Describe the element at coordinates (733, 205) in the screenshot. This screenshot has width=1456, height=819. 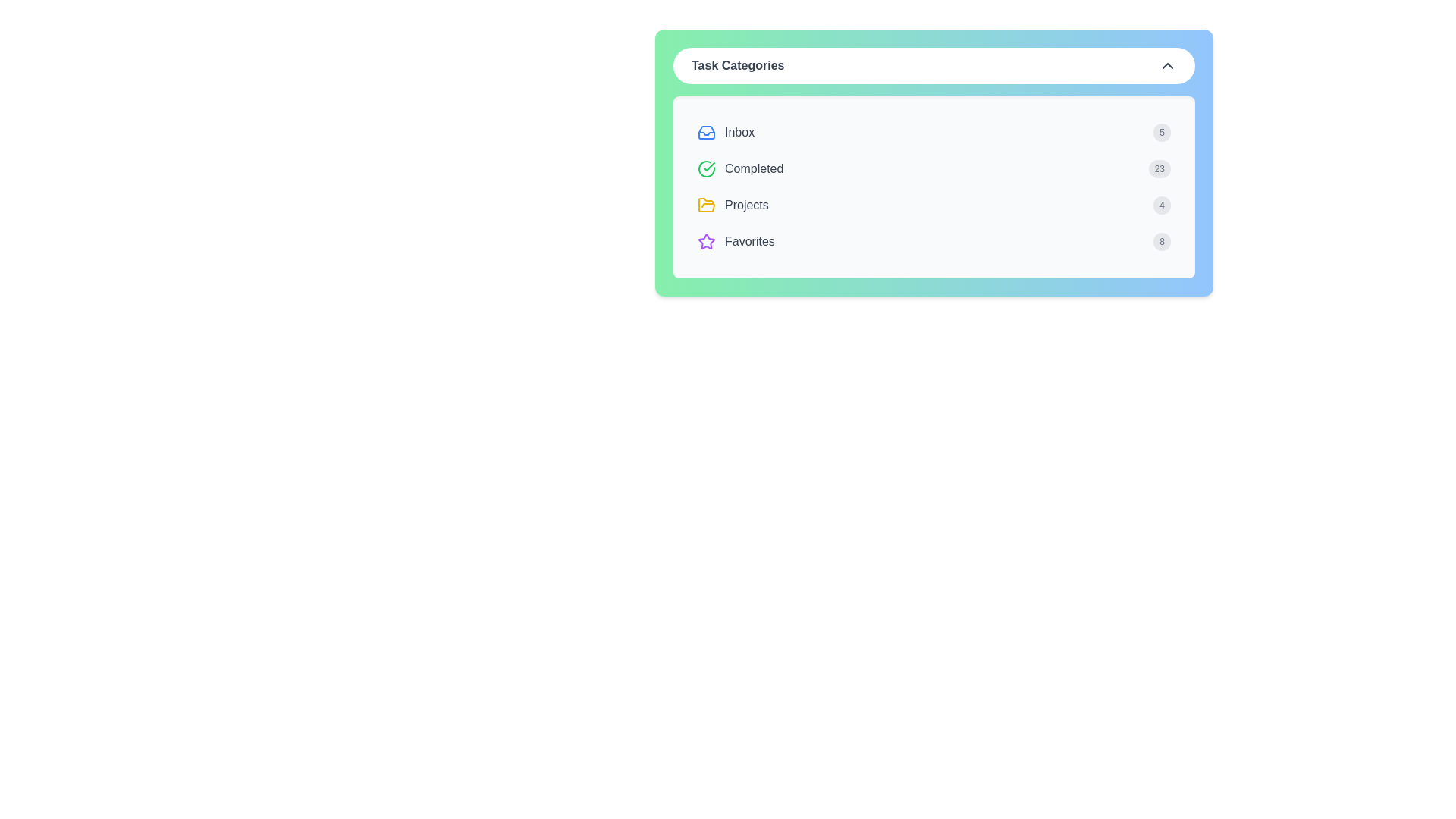
I see `the 'Projects' icon button in the sidebar card, which is the third entry under the 'Task Categories' heading` at that location.